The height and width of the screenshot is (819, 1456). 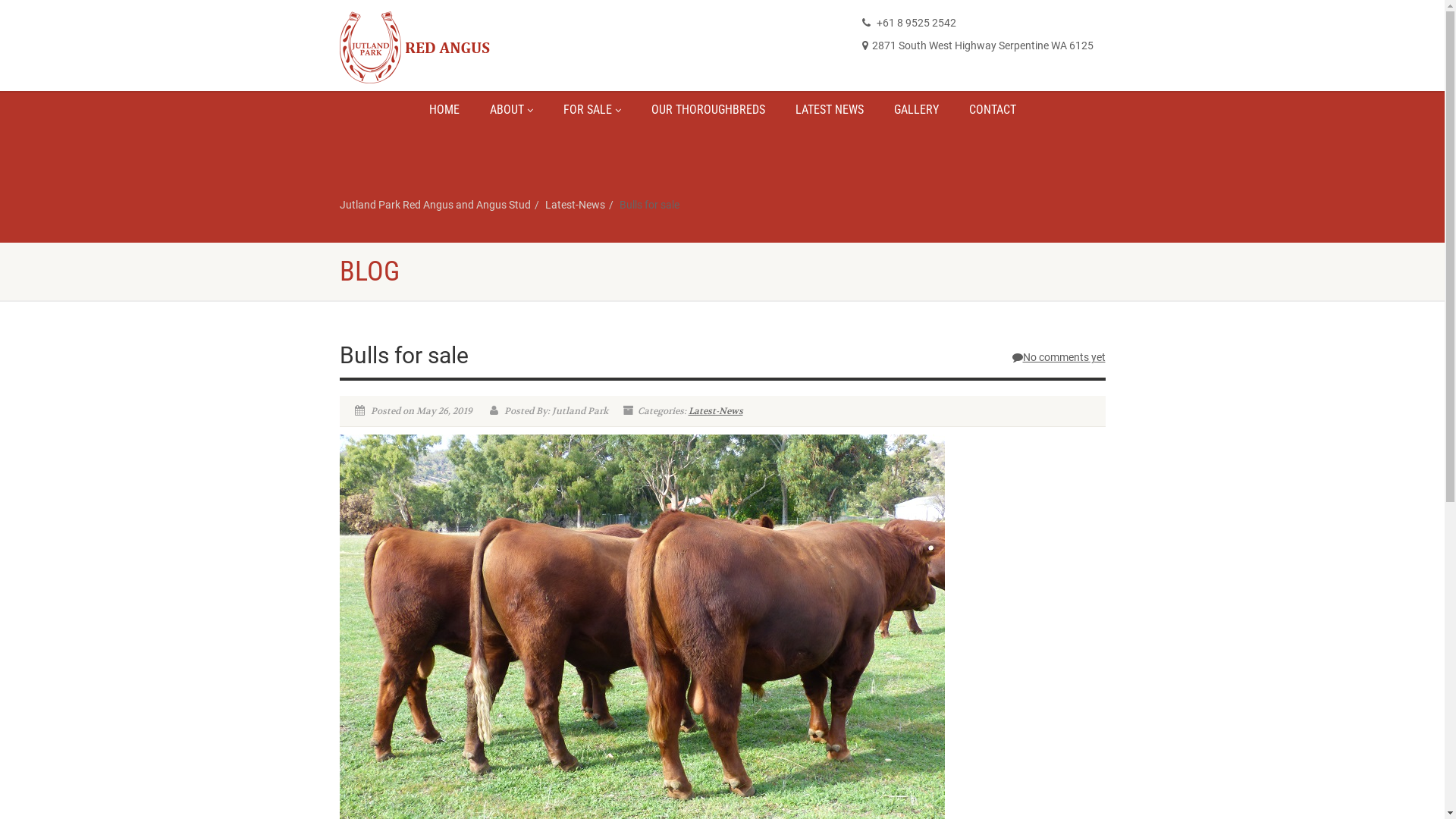 What do you see at coordinates (862, 23) in the screenshot?
I see `'+61 8 9525 2542'` at bounding box center [862, 23].